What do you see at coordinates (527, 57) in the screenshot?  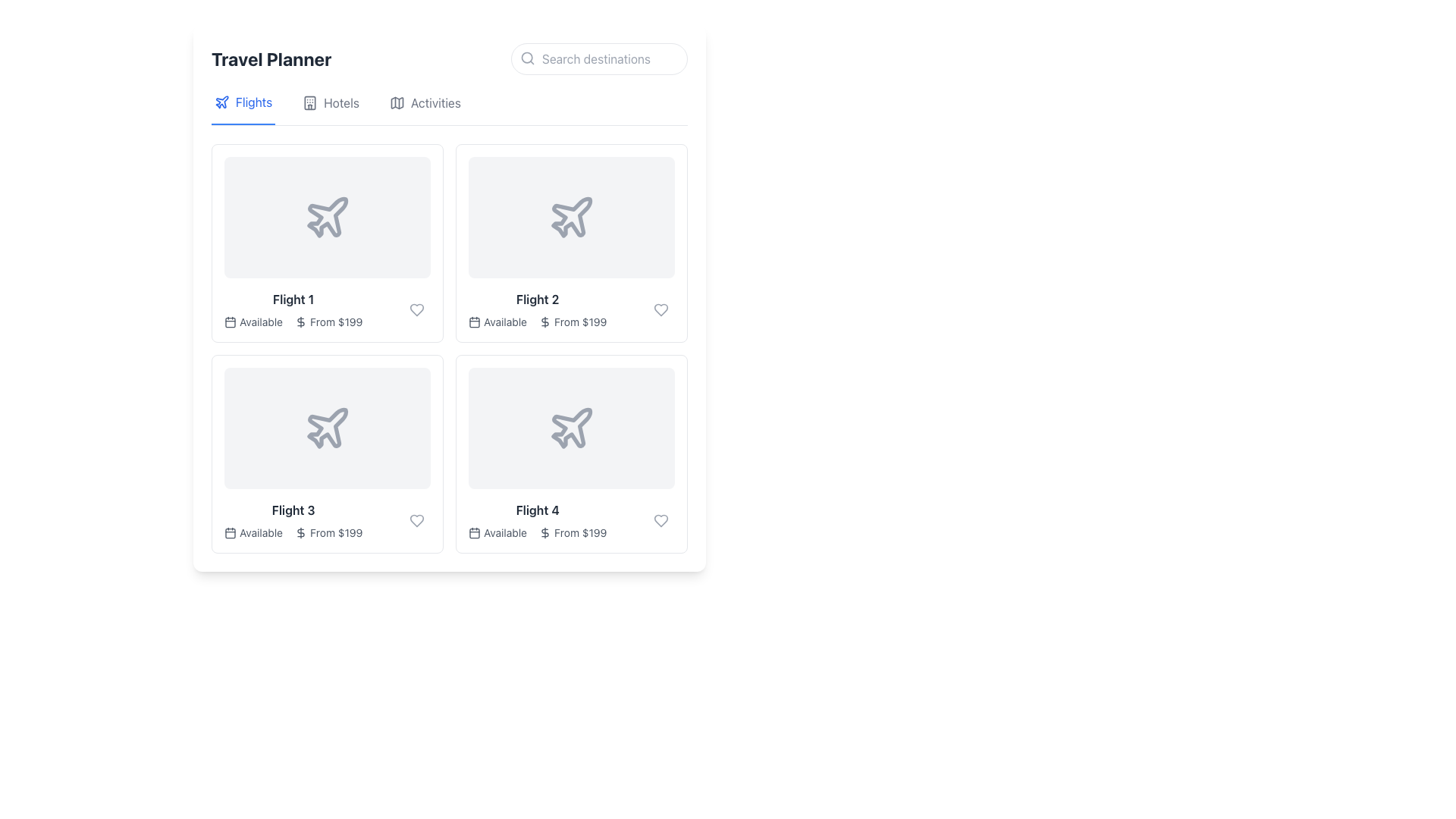 I see `the circular component of the magnifying glass within the search icon, which is positioned to the left of the input field labeled 'Search destinations'` at bounding box center [527, 57].